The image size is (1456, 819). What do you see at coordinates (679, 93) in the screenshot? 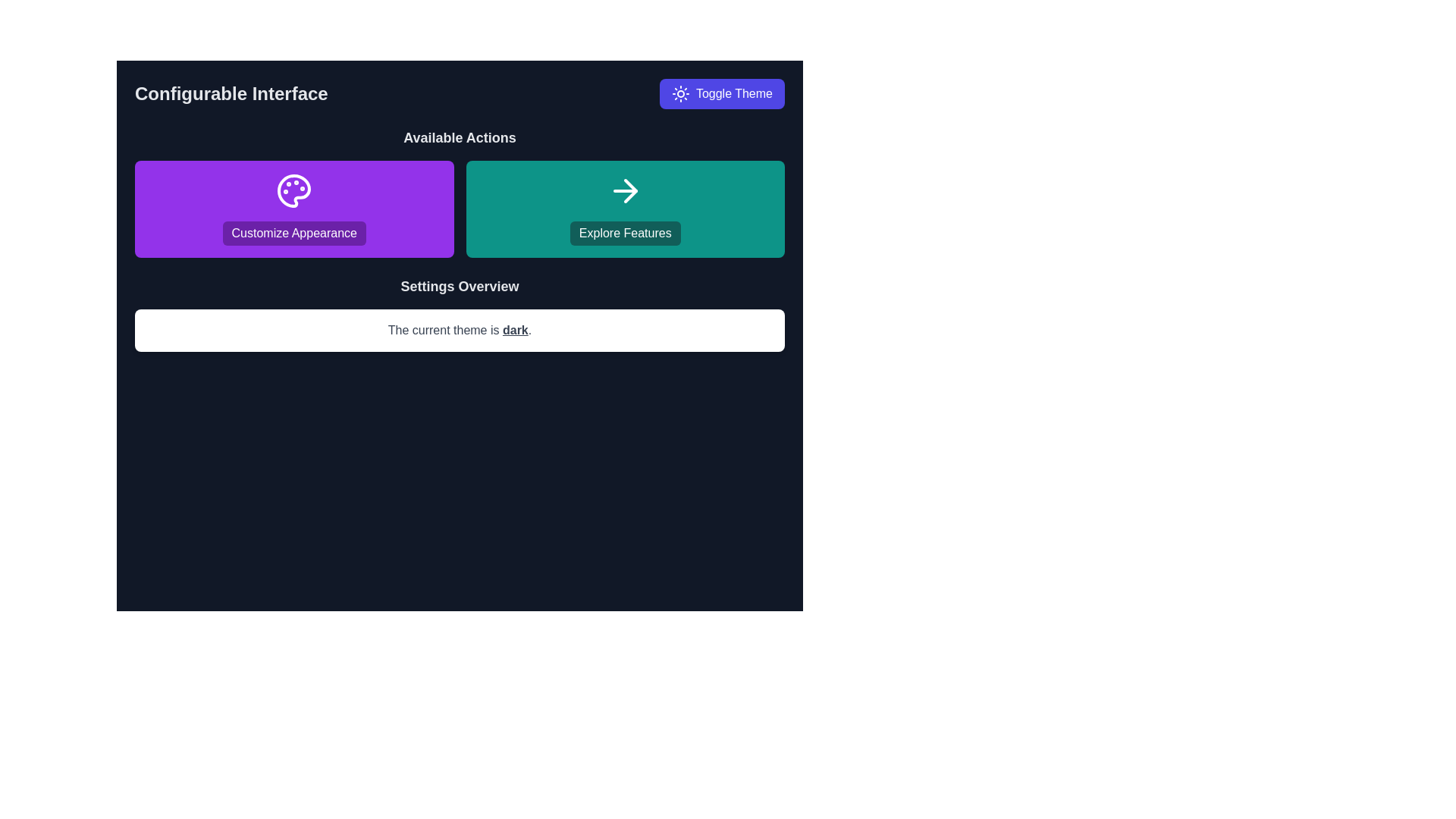
I see `the decorative light icon that represents the day theme, located within the 'Toggle Theme' button at the top-right corner of the interface` at bounding box center [679, 93].